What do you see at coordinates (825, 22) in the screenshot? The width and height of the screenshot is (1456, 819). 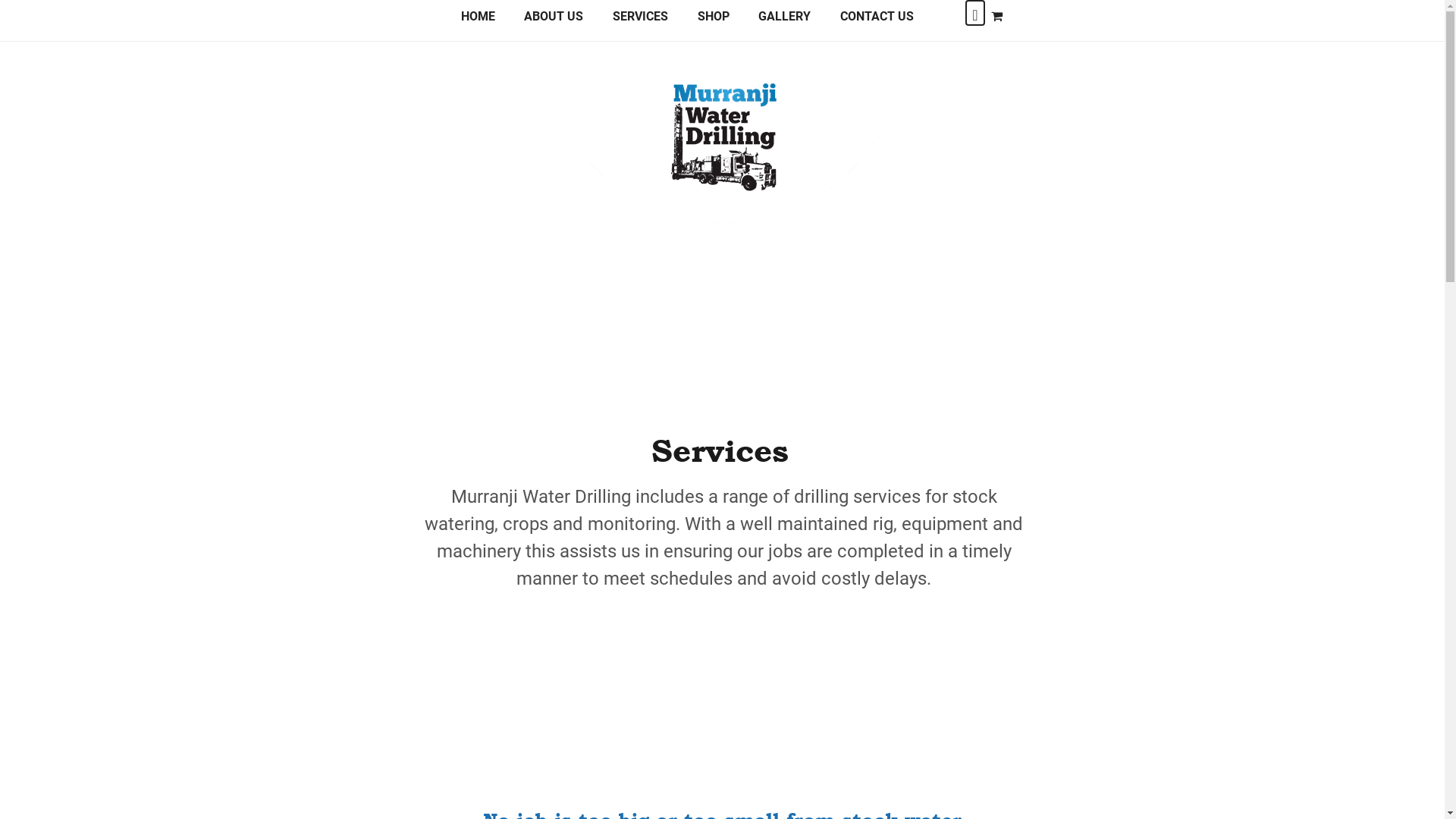 I see `'CONTACT US'` at bounding box center [825, 22].